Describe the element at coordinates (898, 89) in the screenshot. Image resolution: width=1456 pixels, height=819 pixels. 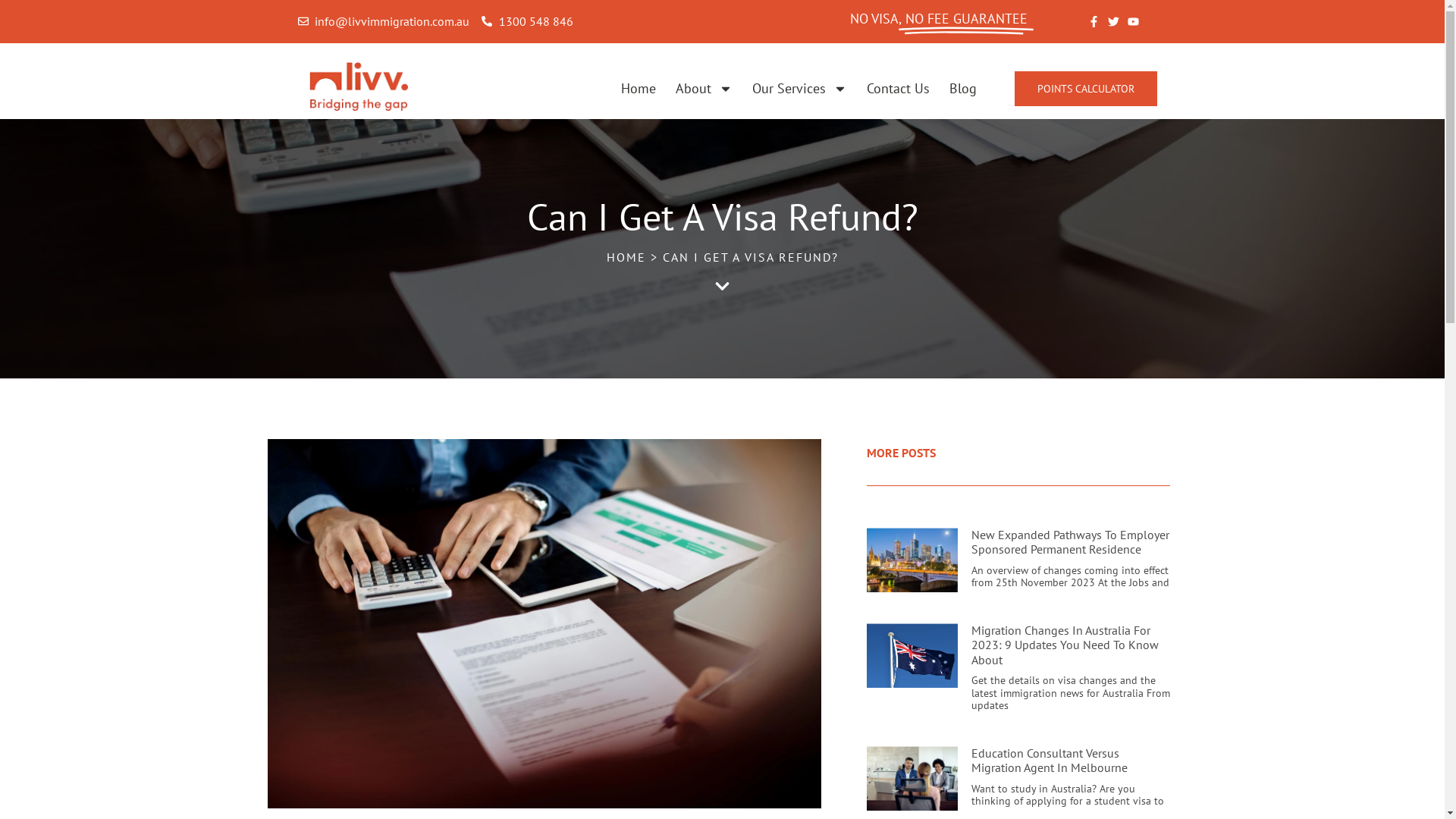
I see `'Contact Us'` at that location.